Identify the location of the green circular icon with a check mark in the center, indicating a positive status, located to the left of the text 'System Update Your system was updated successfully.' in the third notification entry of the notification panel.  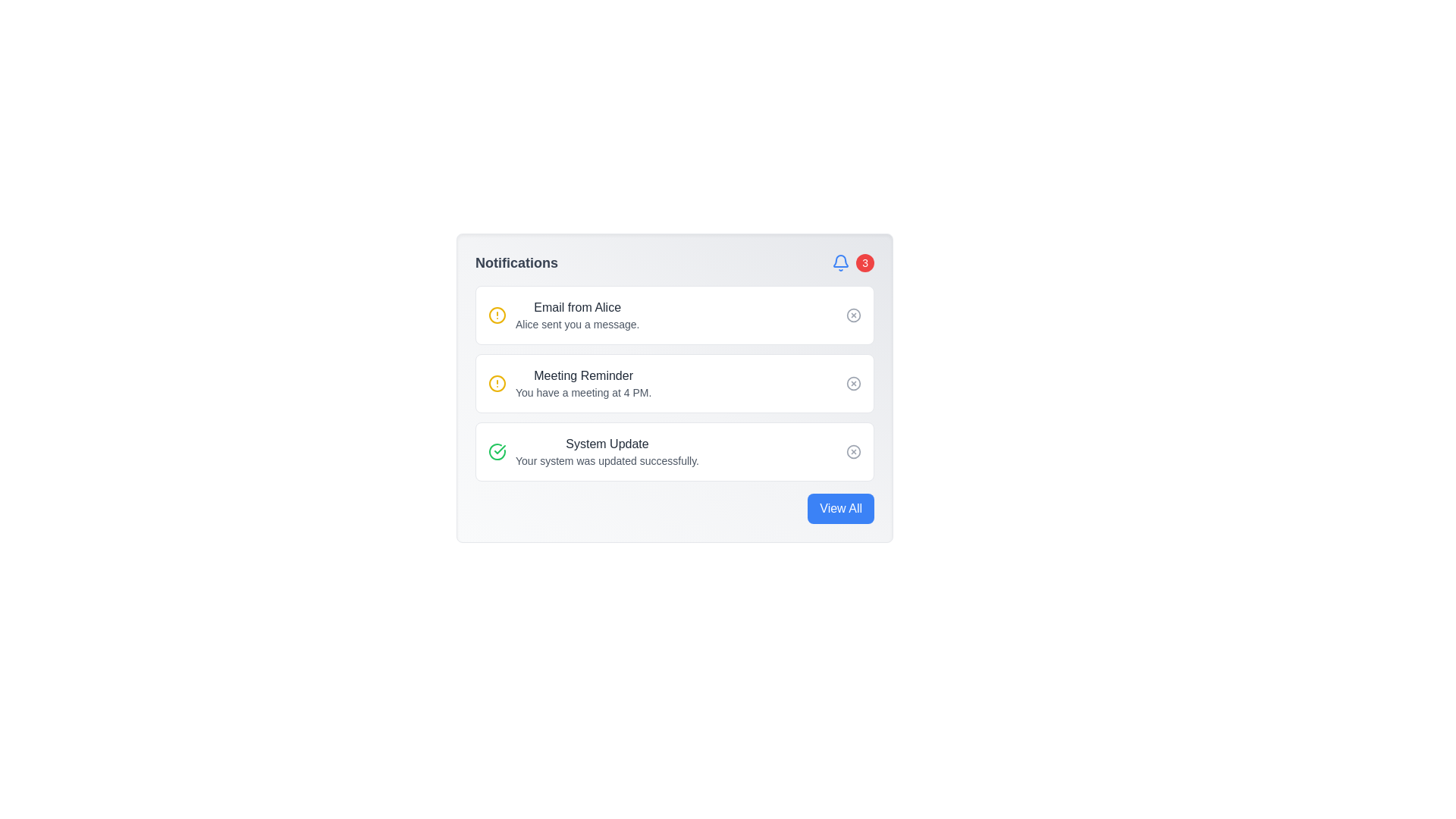
(497, 451).